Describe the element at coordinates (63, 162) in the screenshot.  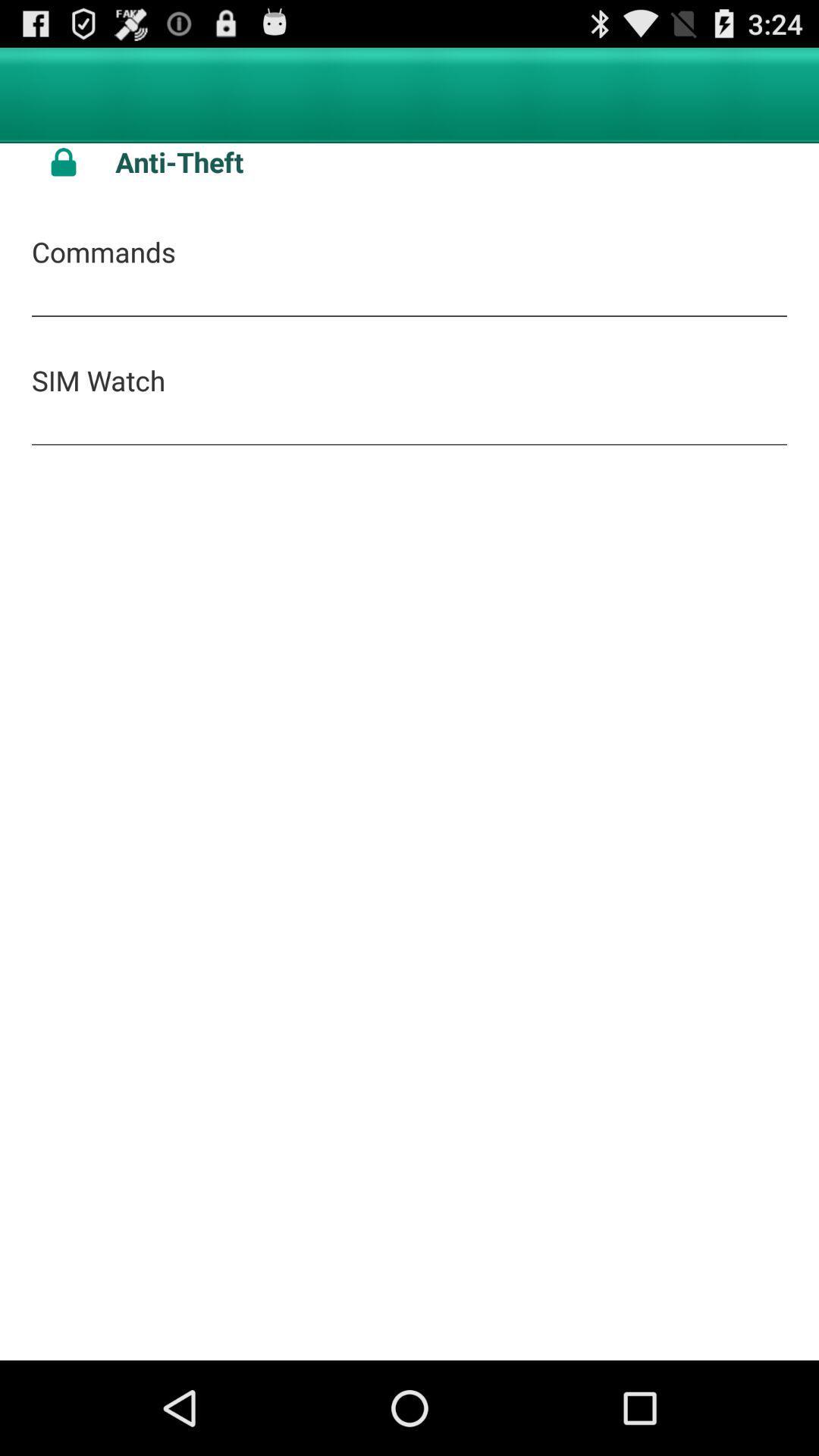
I see `icon next to the anti-theft app` at that location.